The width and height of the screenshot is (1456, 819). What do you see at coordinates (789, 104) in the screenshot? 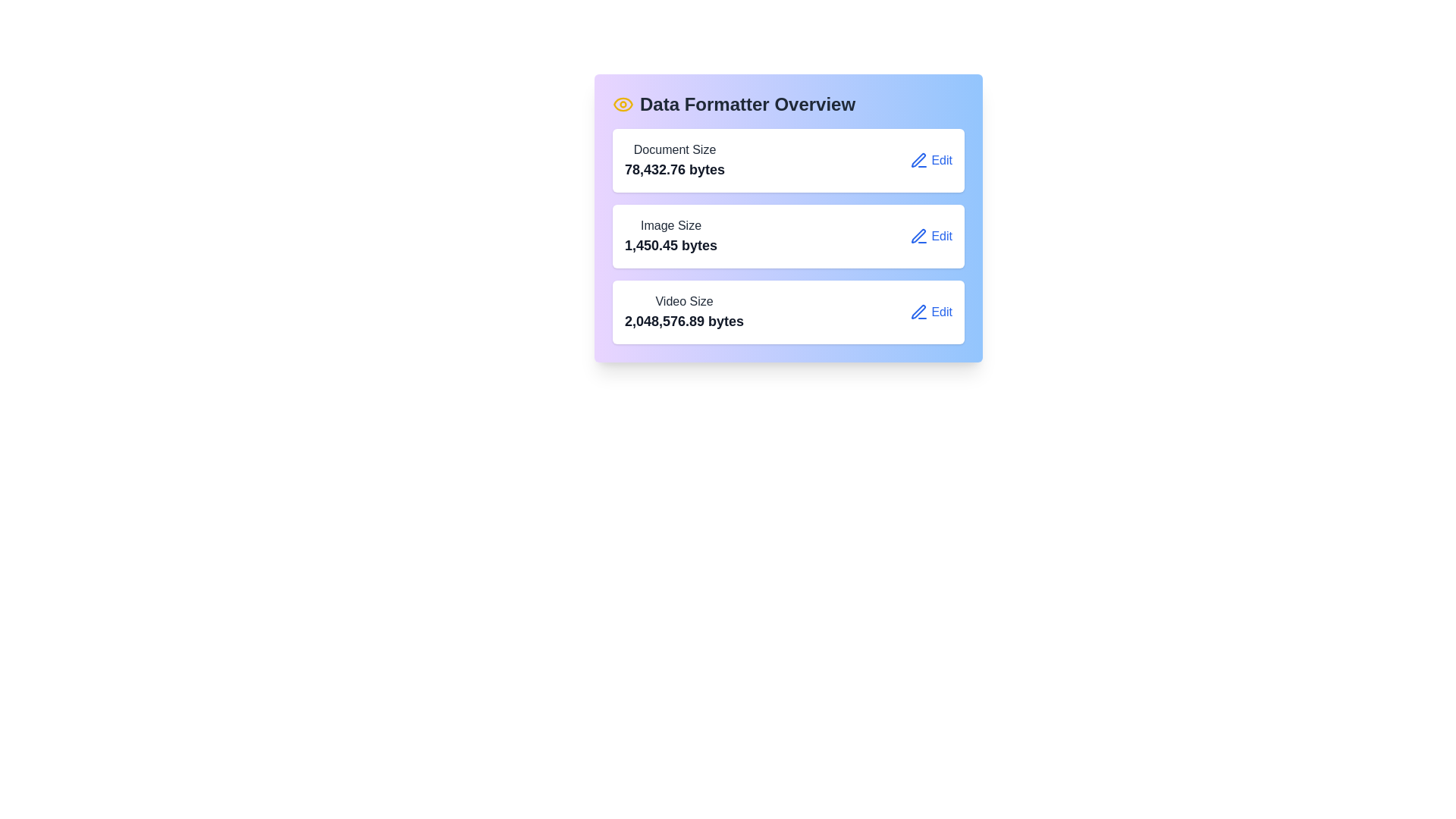
I see `the Heading element at the top of the card section, which indicates the topic of the data displayed beneath it, including an adjacent decorative icon` at bounding box center [789, 104].